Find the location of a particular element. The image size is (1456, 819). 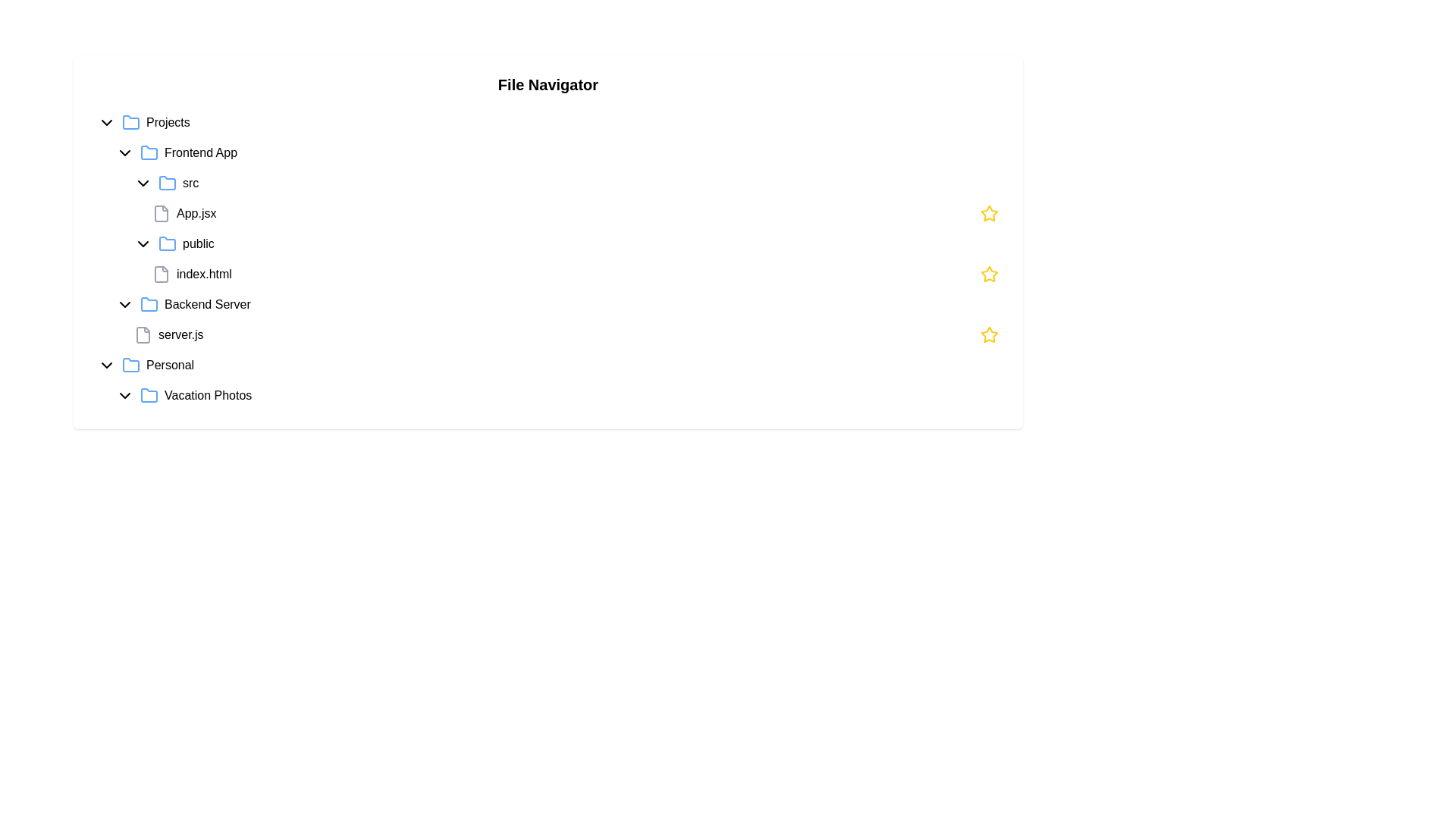

the 'src' folder icon in the hierarchical file navigator, which is located under the 'Frontend App' within 'Projects', positioned to the left of the text label 'src' is located at coordinates (167, 182).